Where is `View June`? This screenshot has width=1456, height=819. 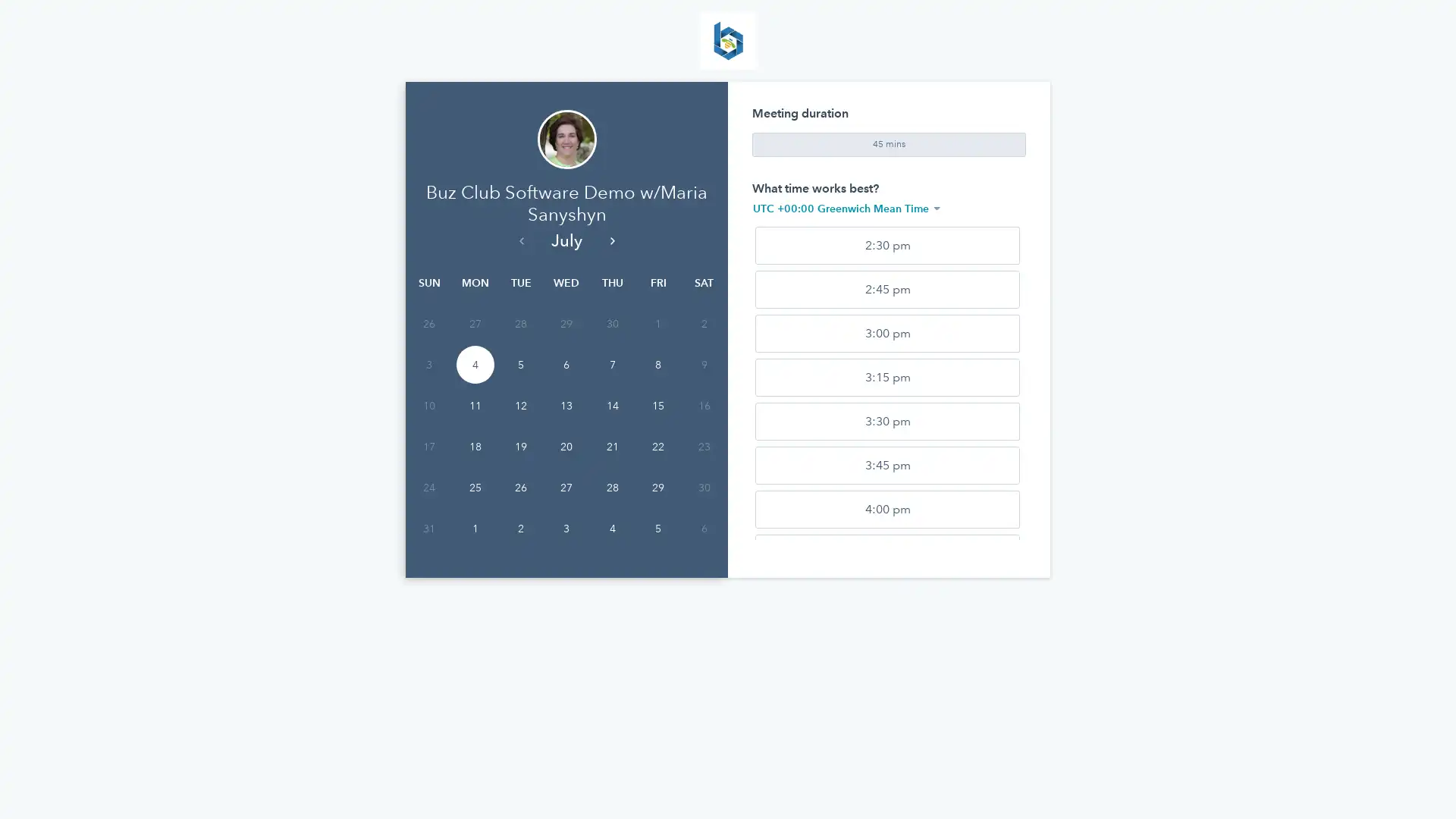 View June is located at coordinates (520, 239).